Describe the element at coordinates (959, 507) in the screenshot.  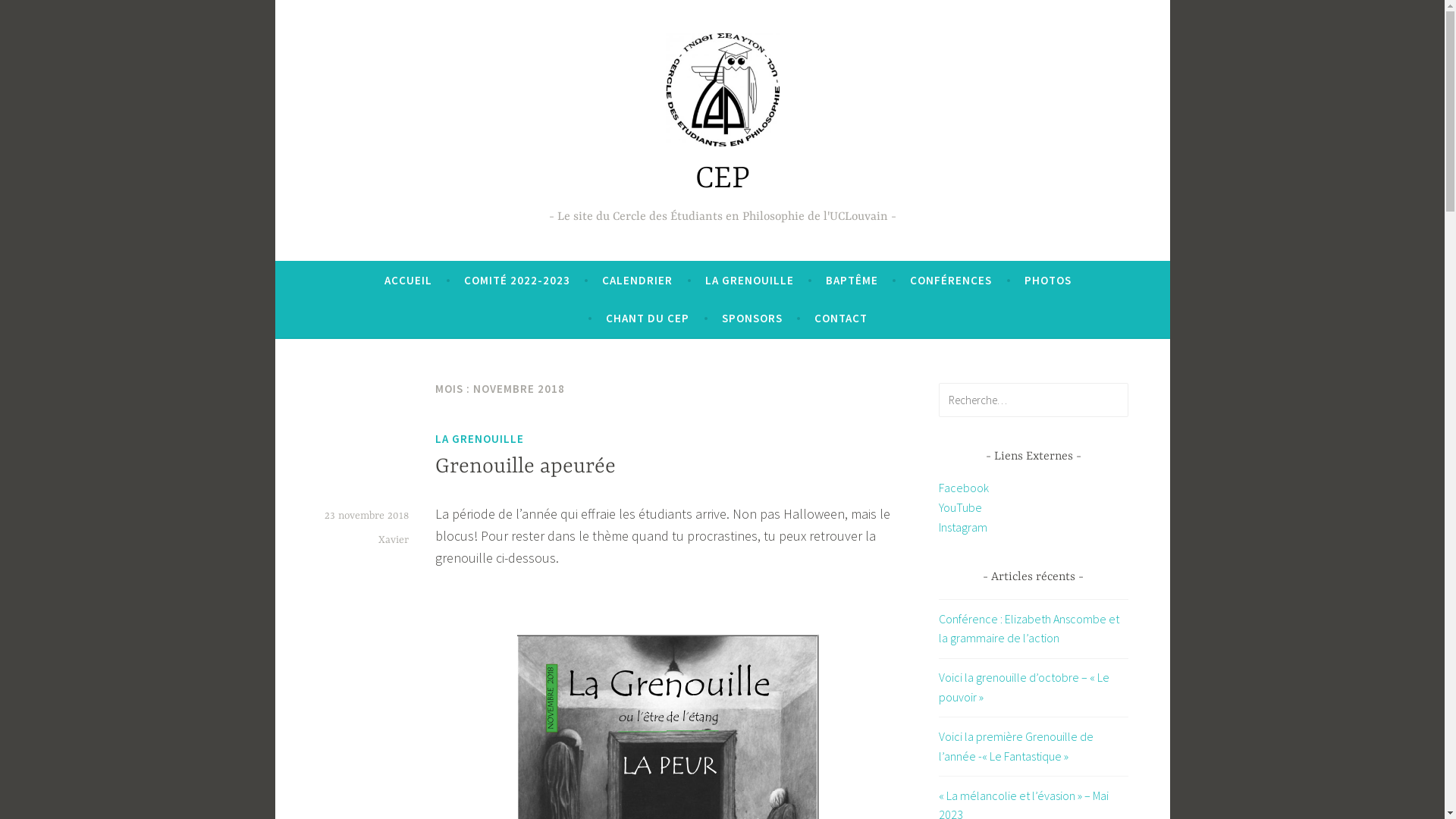
I see `'YouTube'` at that location.